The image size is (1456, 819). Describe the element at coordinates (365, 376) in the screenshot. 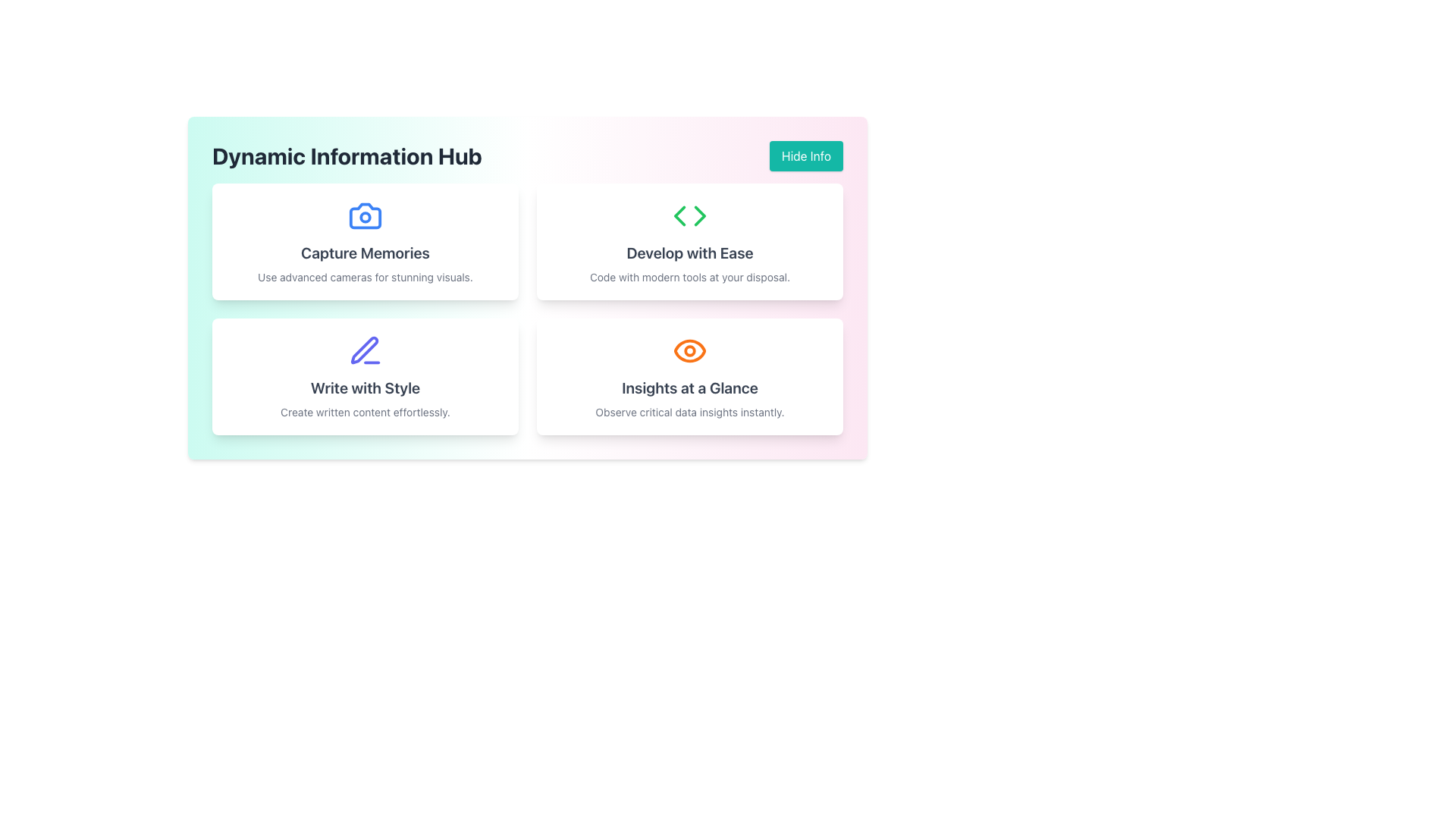

I see `the rectangular card with a white background and a pen icon at the top, labeled 'Write with Style'` at that location.